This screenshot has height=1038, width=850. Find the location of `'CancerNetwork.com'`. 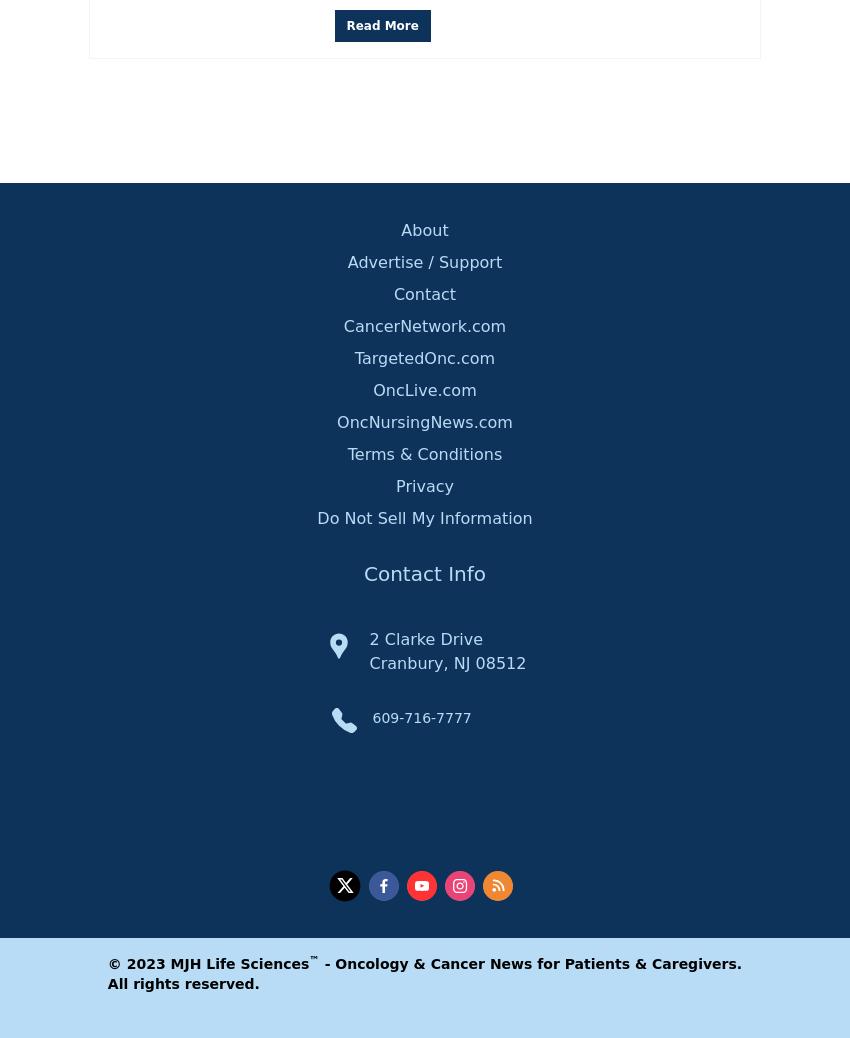

'CancerNetwork.com' is located at coordinates (424, 325).